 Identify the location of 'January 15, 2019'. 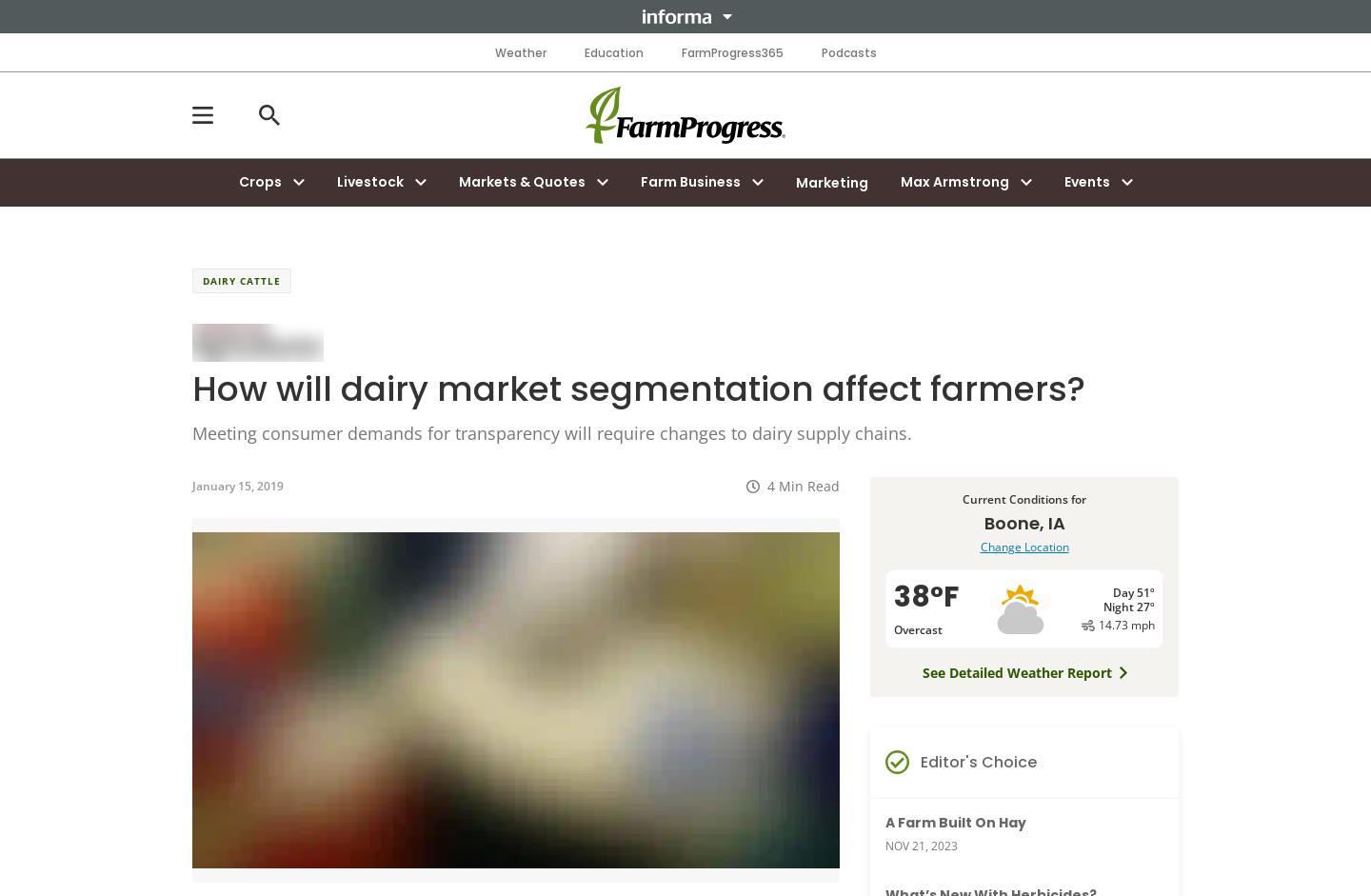
(192, 485).